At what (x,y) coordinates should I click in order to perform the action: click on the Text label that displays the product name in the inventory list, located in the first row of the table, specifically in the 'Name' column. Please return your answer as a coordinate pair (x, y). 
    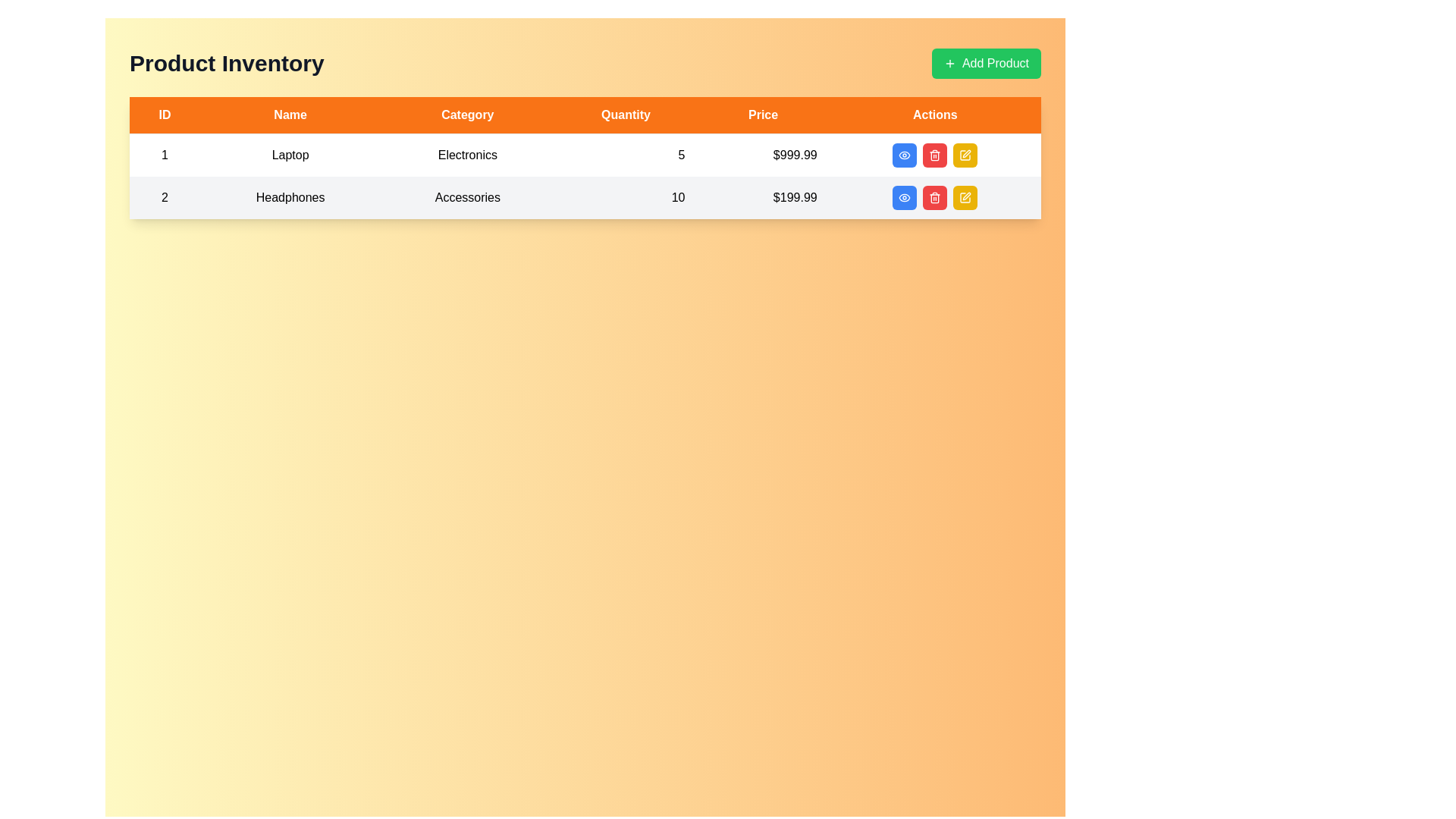
    Looking at the image, I should click on (290, 155).